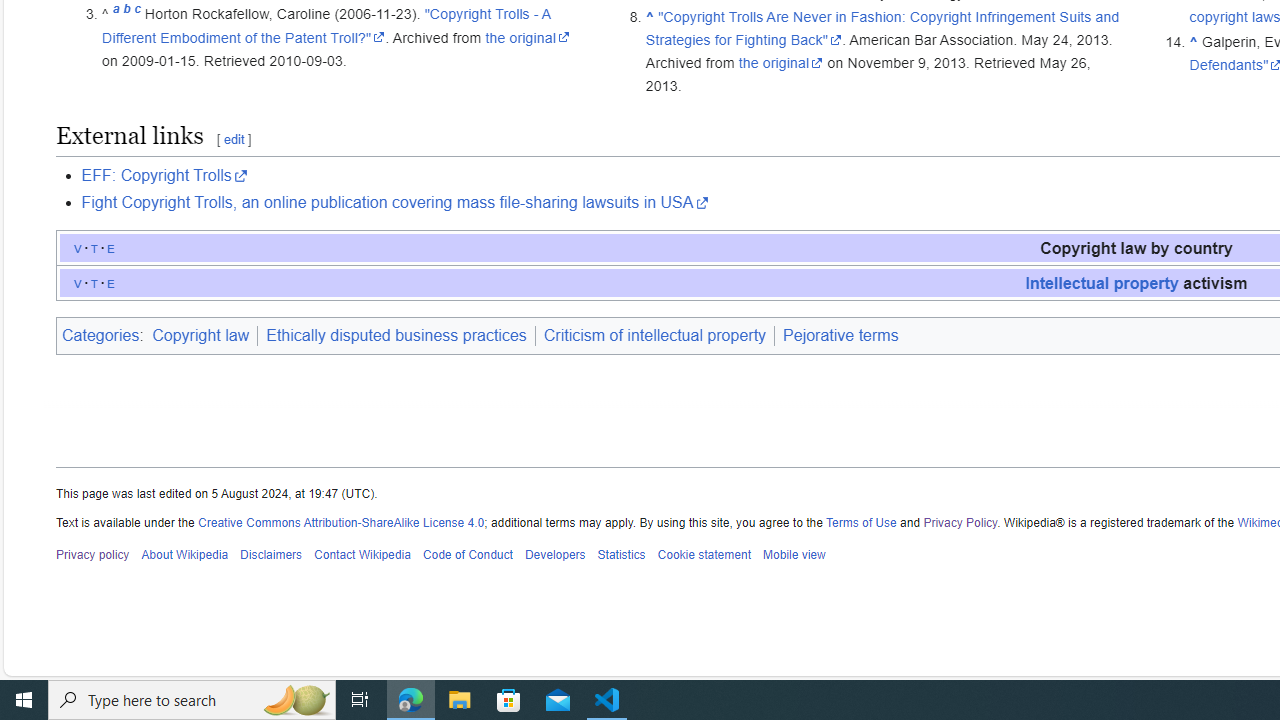 This screenshot has width=1280, height=720. Describe the element at coordinates (233, 139) in the screenshot. I see `'edit'` at that location.